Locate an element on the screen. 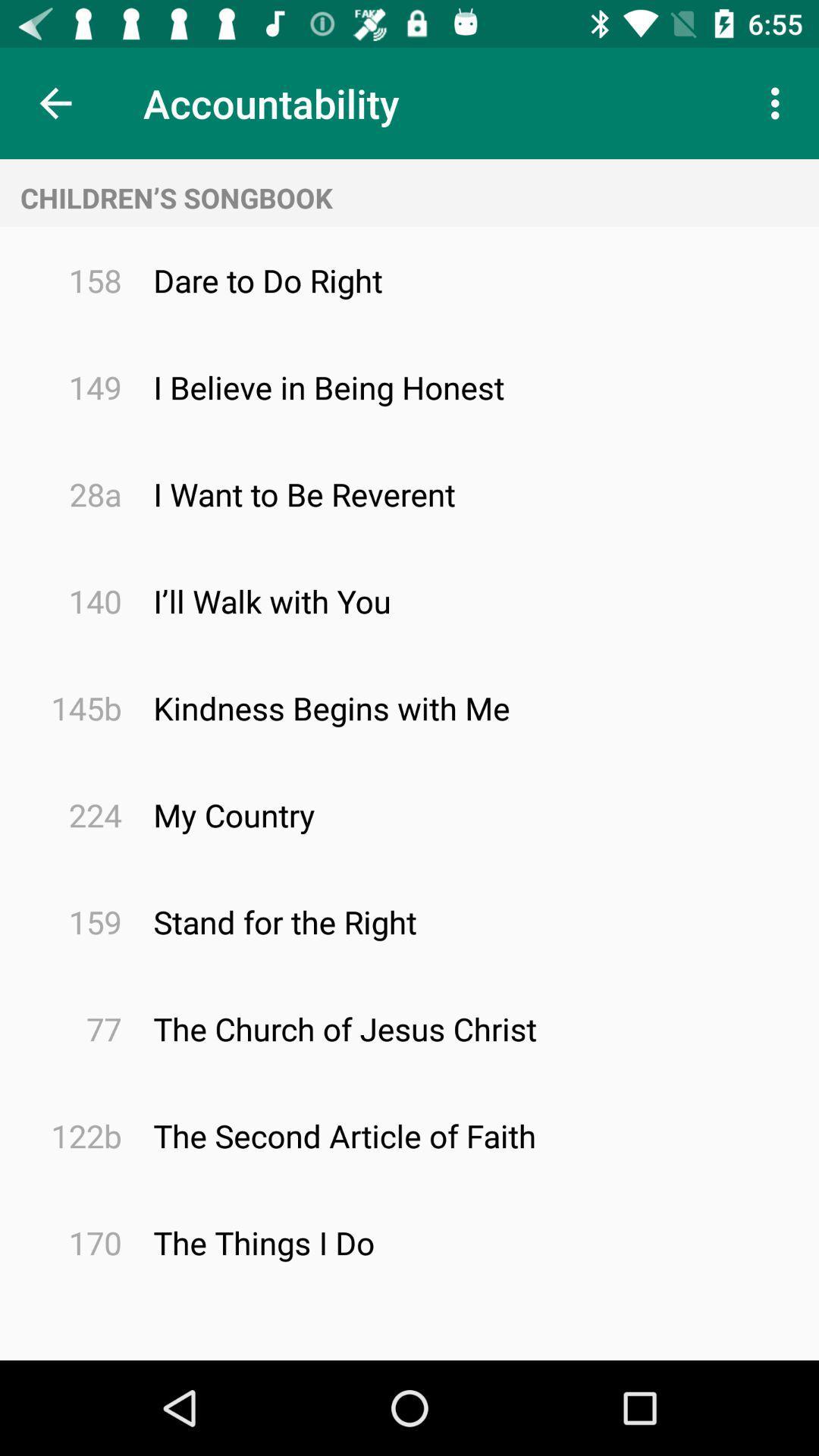  the item next to accountability icon is located at coordinates (779, 102).